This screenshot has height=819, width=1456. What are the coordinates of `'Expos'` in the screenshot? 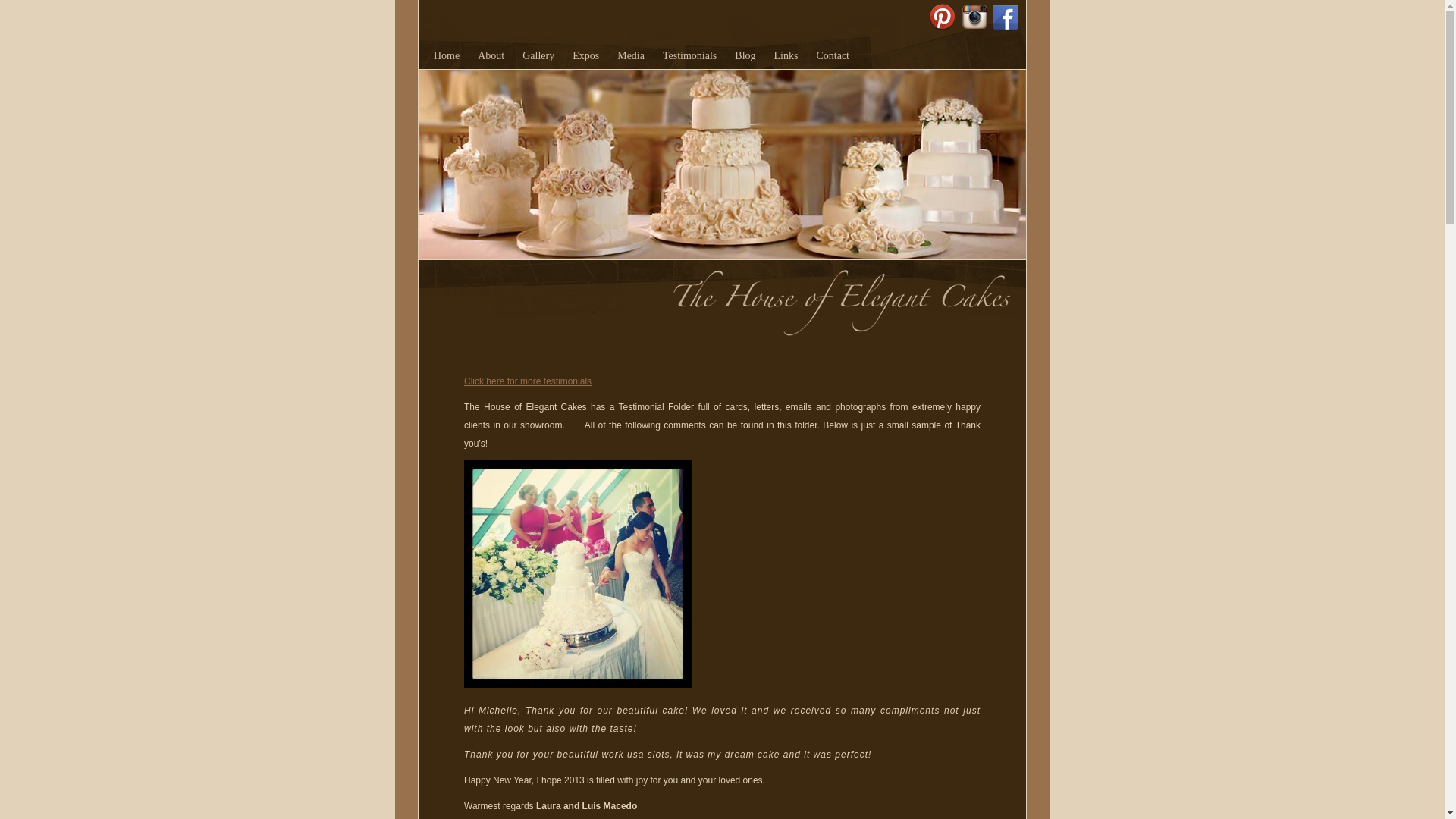 It's located at (585, 55).